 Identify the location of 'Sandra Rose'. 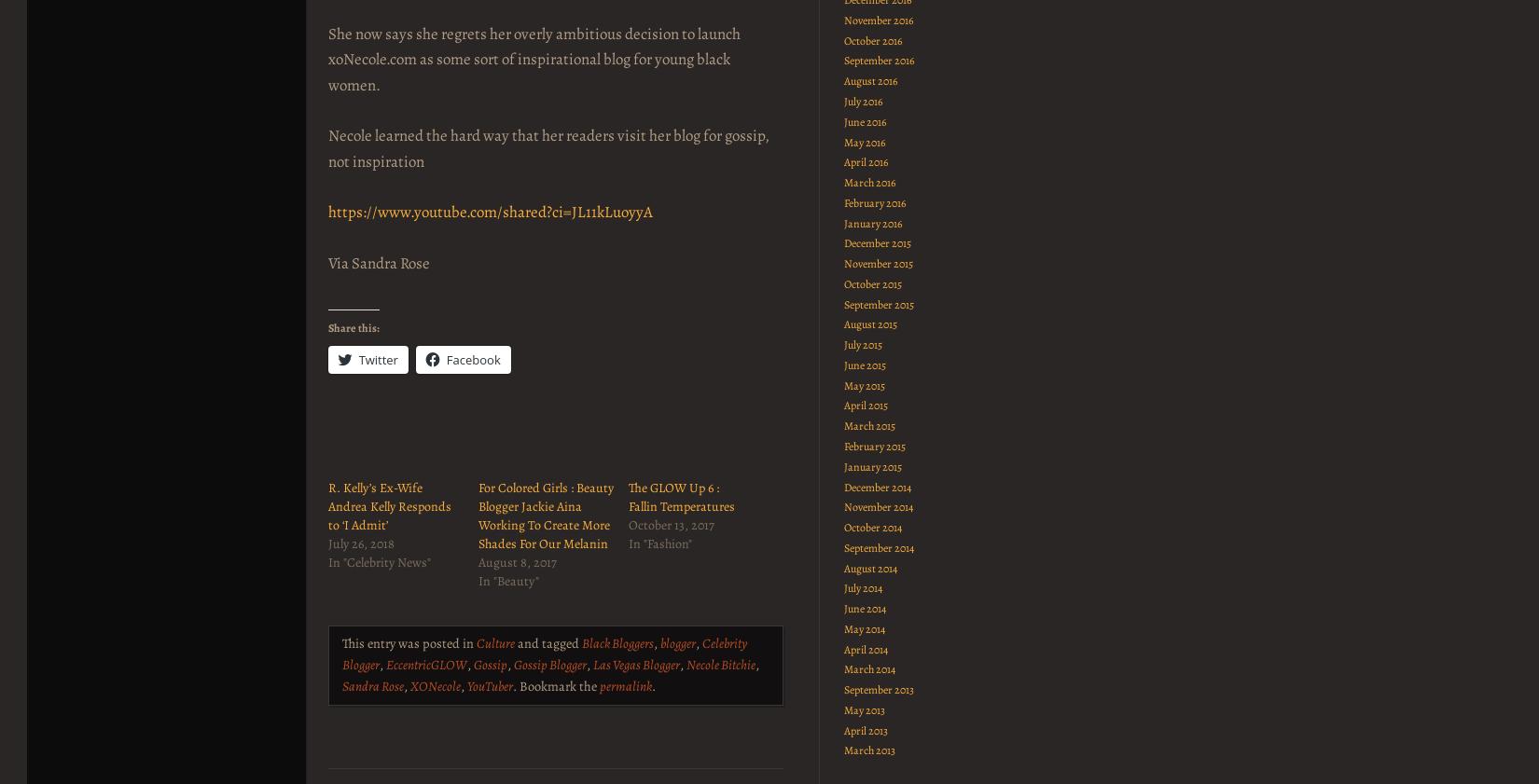
(372, 685).